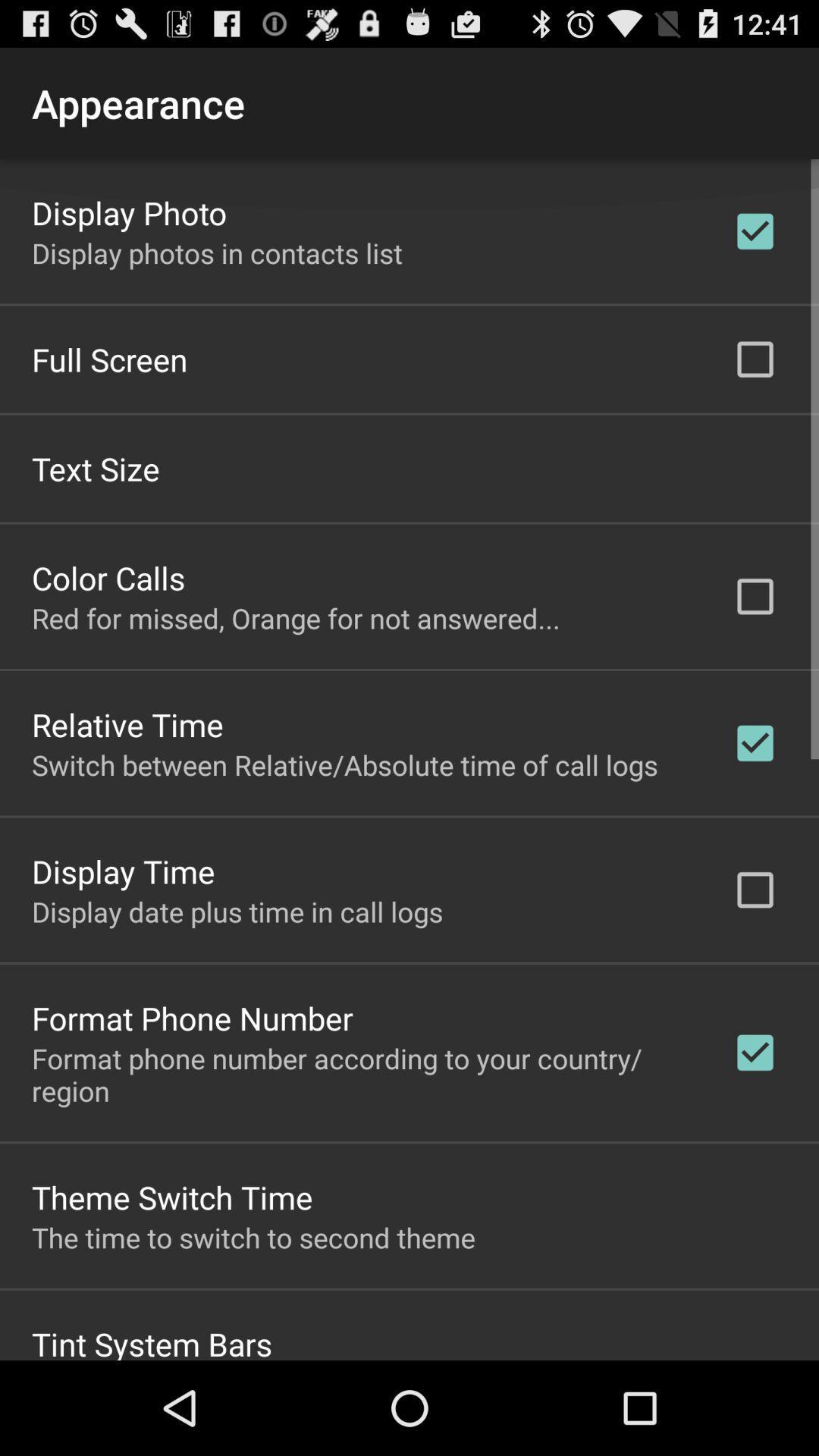 This screenshot has width=819, height=1456. Describe the element at coordinates (344, 764) in the screenshot. I see `the item above display time icon` at that location.